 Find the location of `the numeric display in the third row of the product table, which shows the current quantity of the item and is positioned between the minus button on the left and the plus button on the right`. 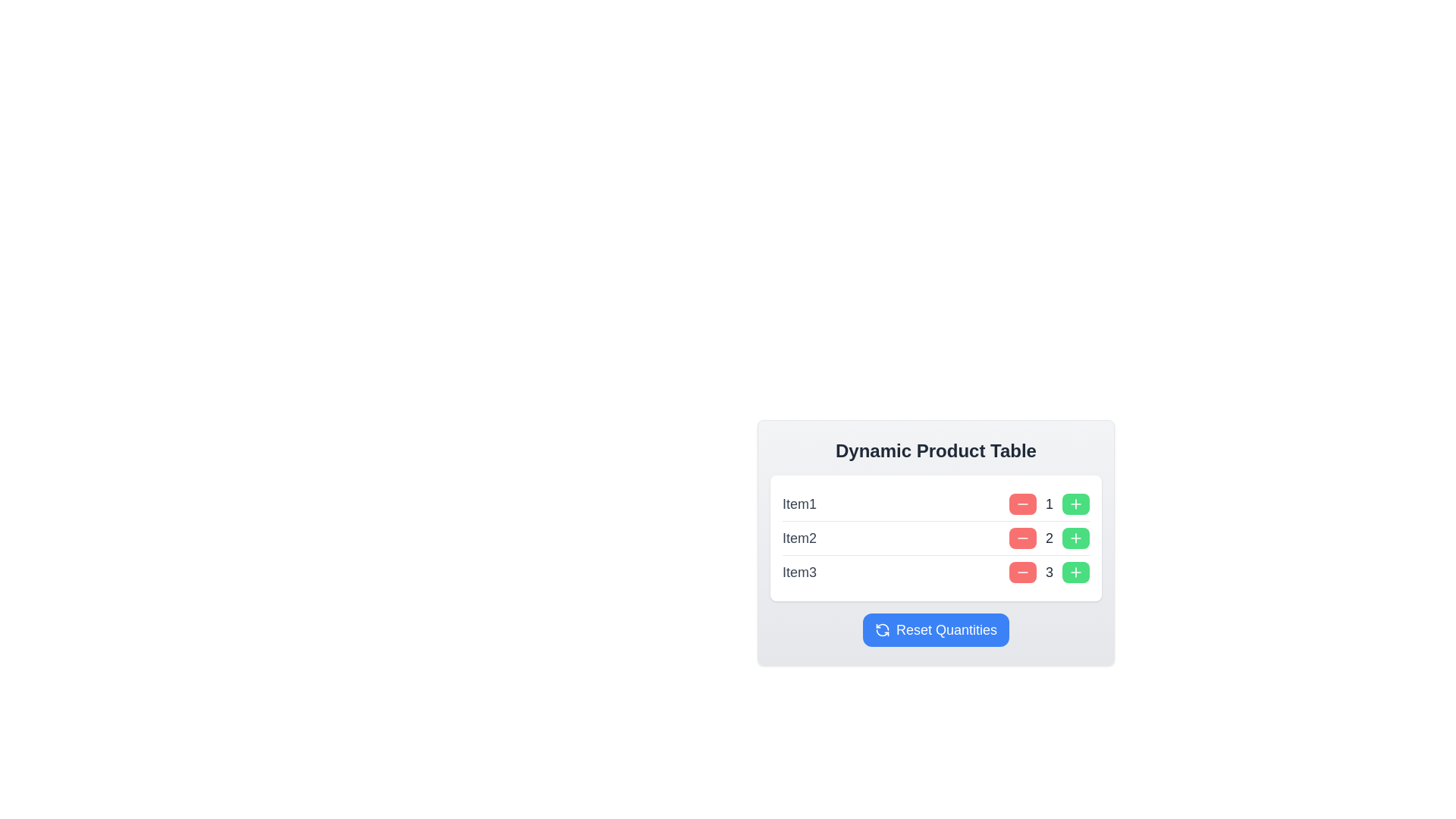

the numeric display in the third row of the product table, which shows the current quantity of the item and is positioned between the minus button on the left and the plus button on the right is located at coordinates (1048, 573).